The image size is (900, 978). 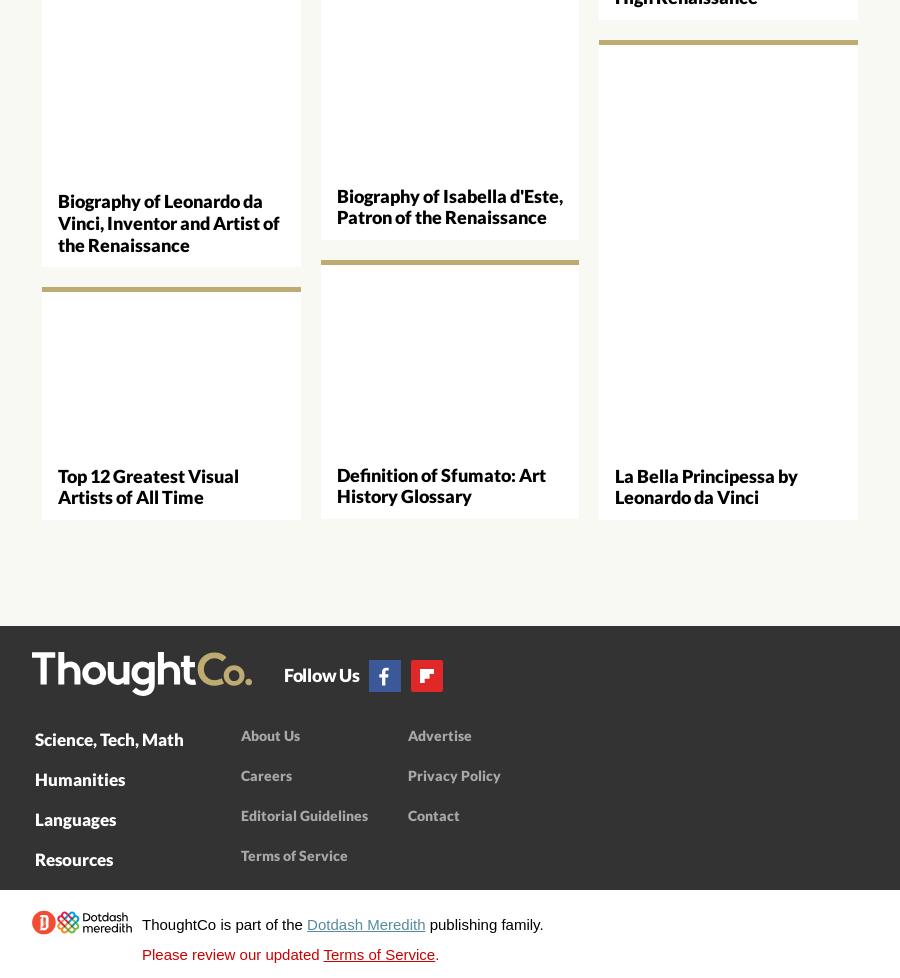 What do you see at coordinates (440, 734) in the screenshot?
I see `'Advertise'` at bounding box center [440, 734].